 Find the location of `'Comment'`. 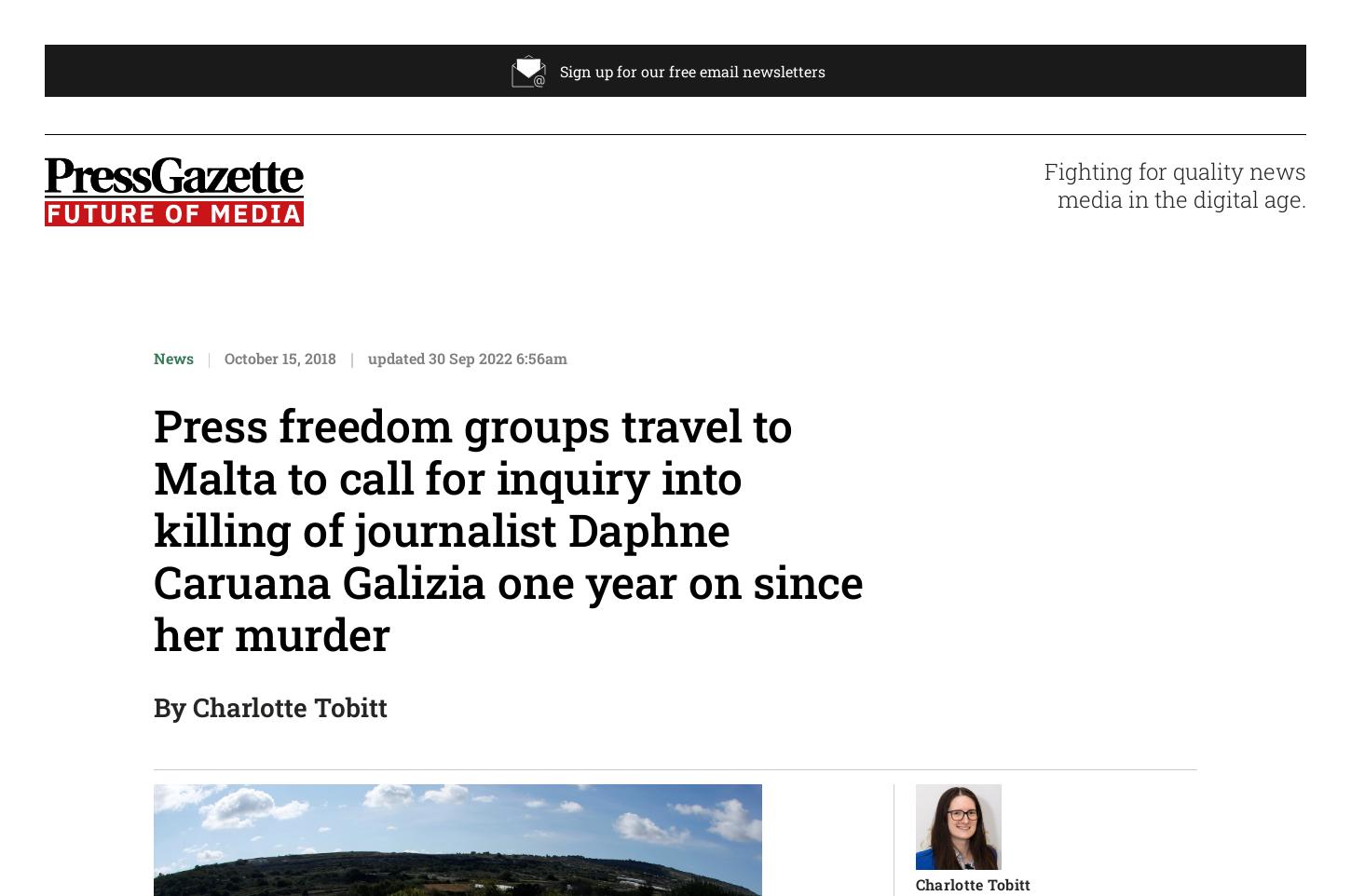

'Comment' is located at coordinates (751, 382).